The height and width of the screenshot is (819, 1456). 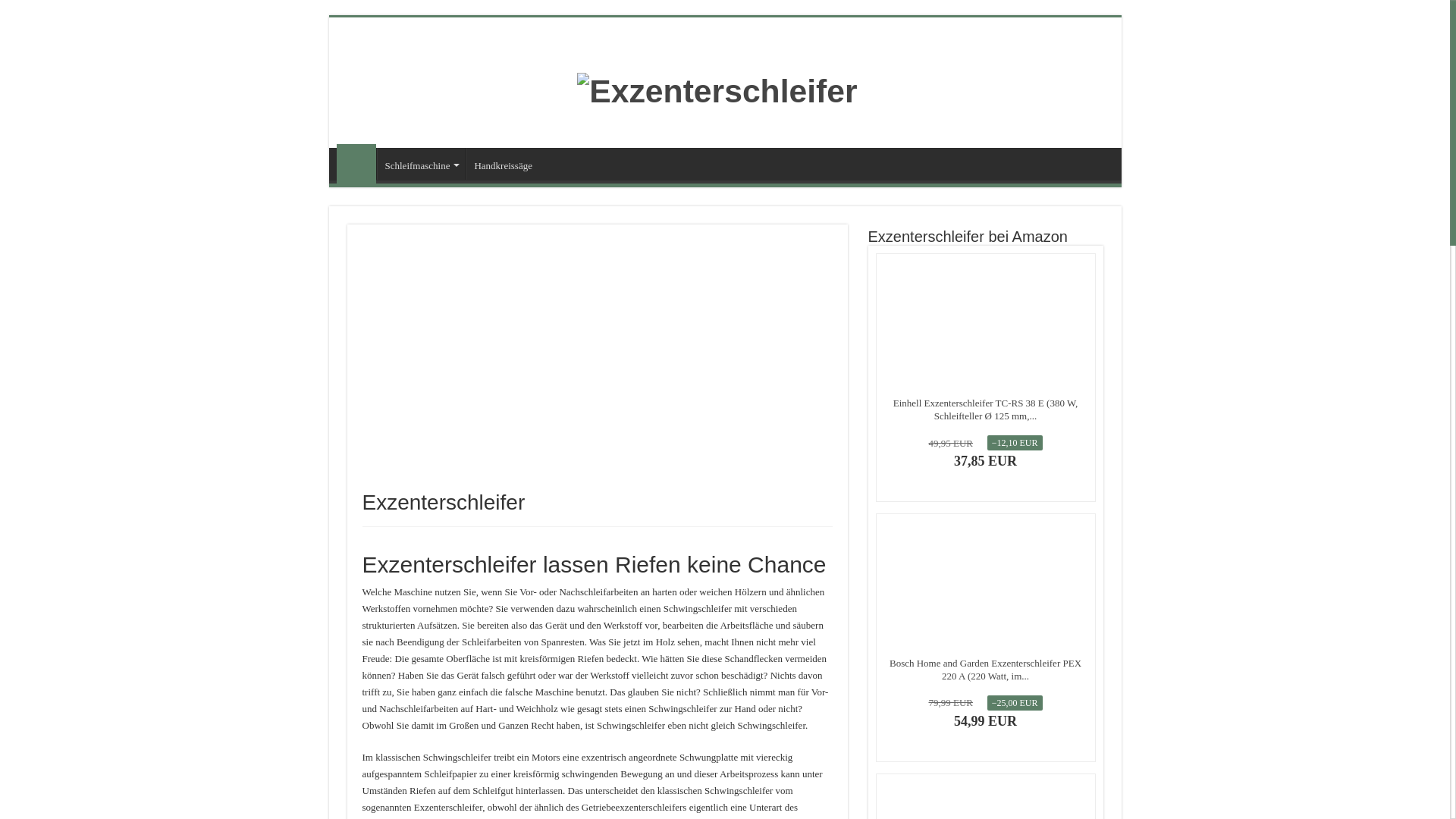 I want to click on 'Exzenterschleifer', so click(x=716, y=88).